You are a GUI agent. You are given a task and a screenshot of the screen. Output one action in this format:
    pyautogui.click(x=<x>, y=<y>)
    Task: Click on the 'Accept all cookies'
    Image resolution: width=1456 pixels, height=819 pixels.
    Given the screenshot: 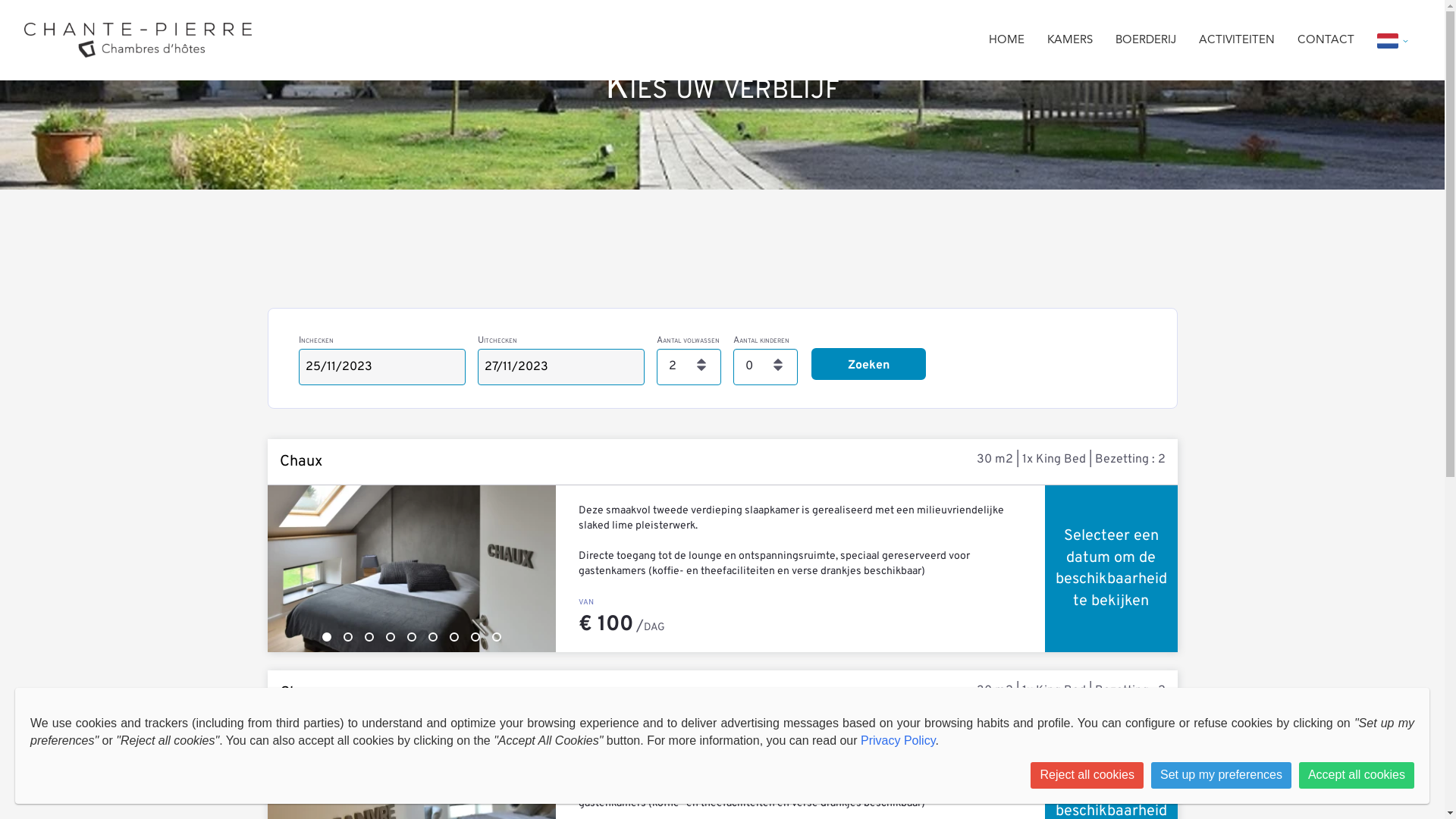 What is the action you would take?
    pyautogui.click(x=1357, y=775)
    